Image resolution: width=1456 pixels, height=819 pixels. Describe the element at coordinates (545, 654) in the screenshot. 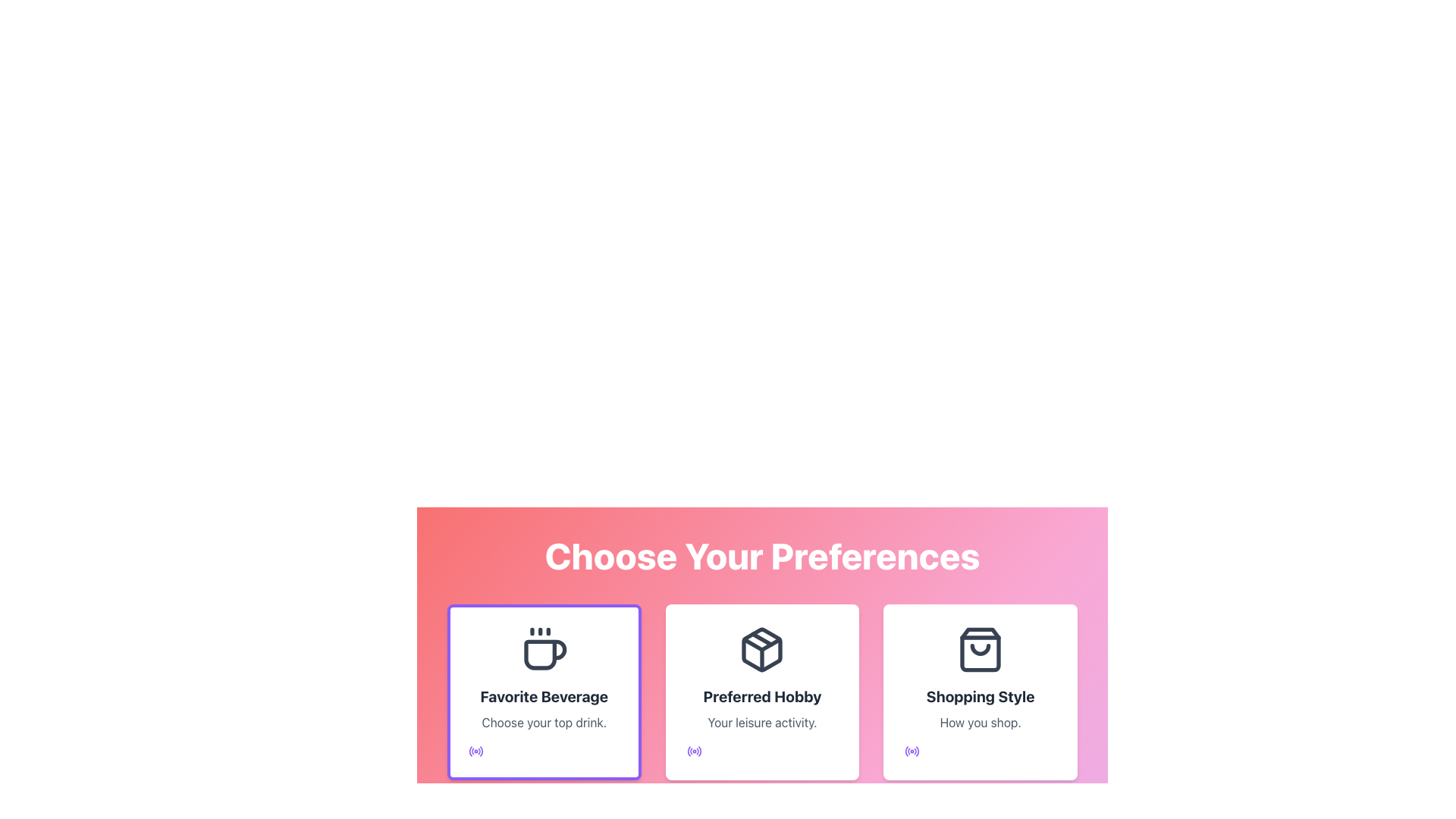

I see `the main body of the coffee cup icon located at the bottom region of the 'Favorite Beverage' card` at that location.